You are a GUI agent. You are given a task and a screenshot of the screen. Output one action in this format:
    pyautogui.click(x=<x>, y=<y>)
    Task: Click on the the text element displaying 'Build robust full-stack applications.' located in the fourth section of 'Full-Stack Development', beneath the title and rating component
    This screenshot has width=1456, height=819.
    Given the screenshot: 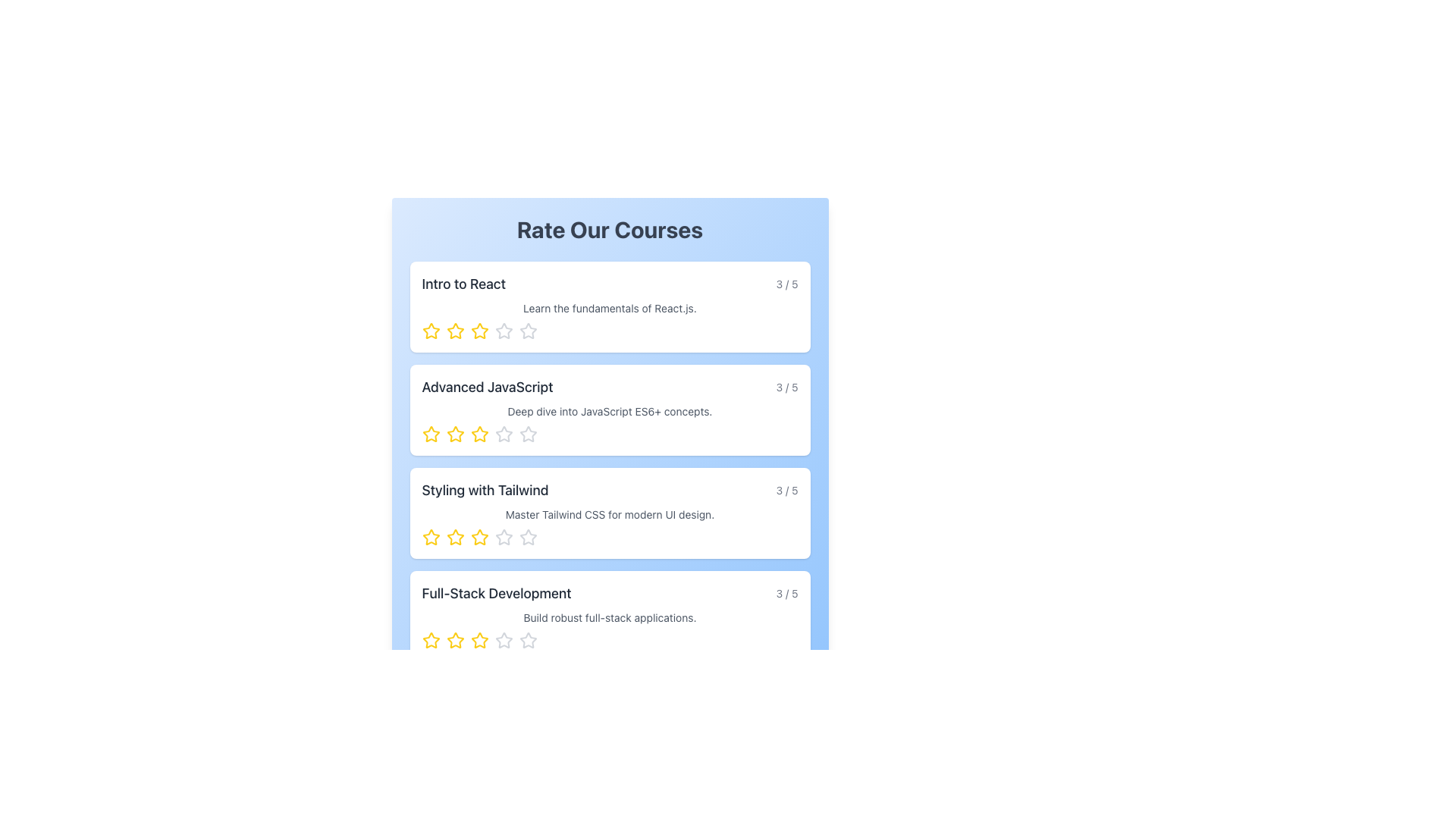 What is the action you would take?
    pyautogui.click(x=610, y=617)
    